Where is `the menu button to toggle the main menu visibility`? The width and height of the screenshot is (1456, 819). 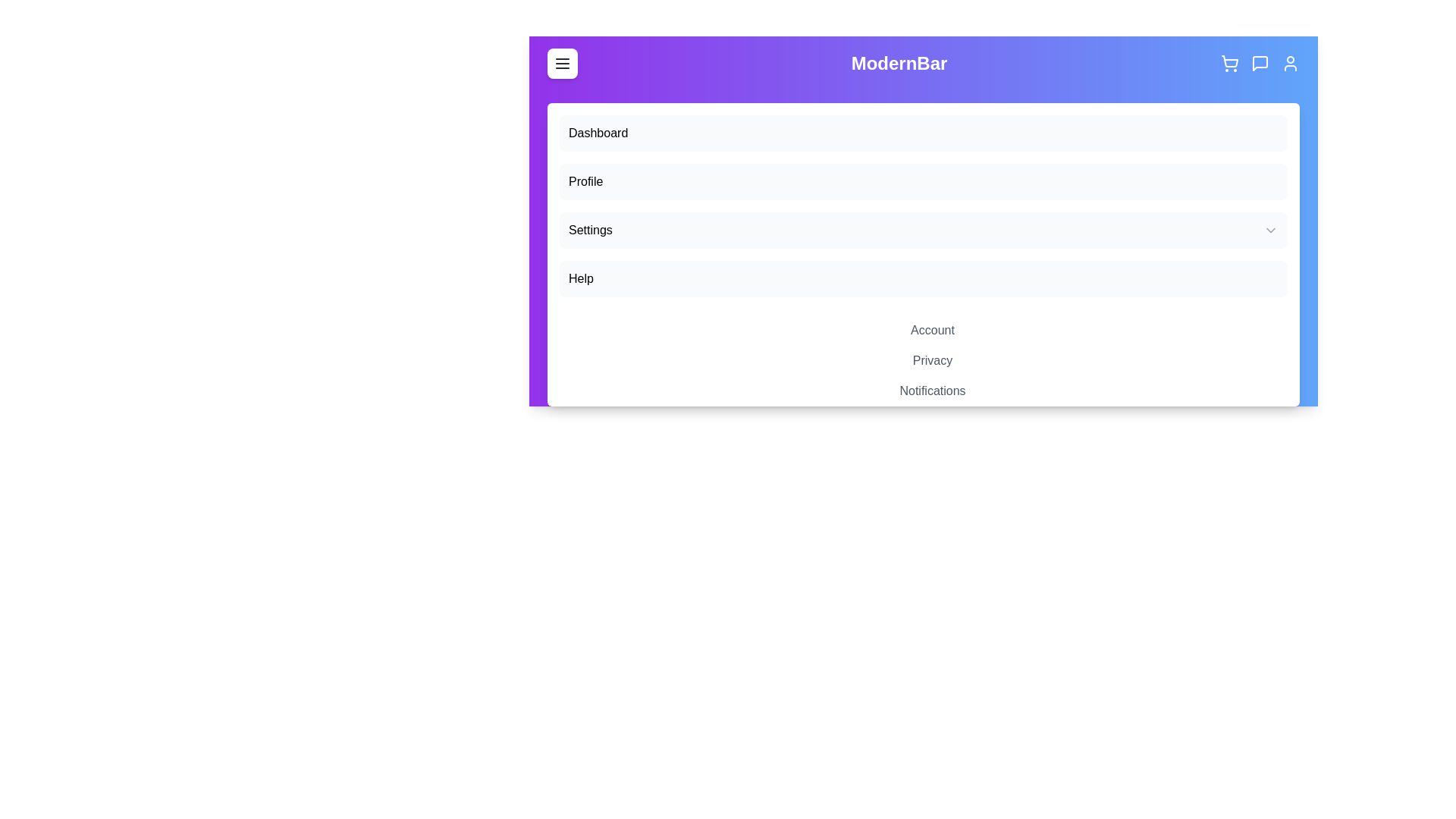
the menu button to toggle the main menu visibility is located at coordinates (562, 63).